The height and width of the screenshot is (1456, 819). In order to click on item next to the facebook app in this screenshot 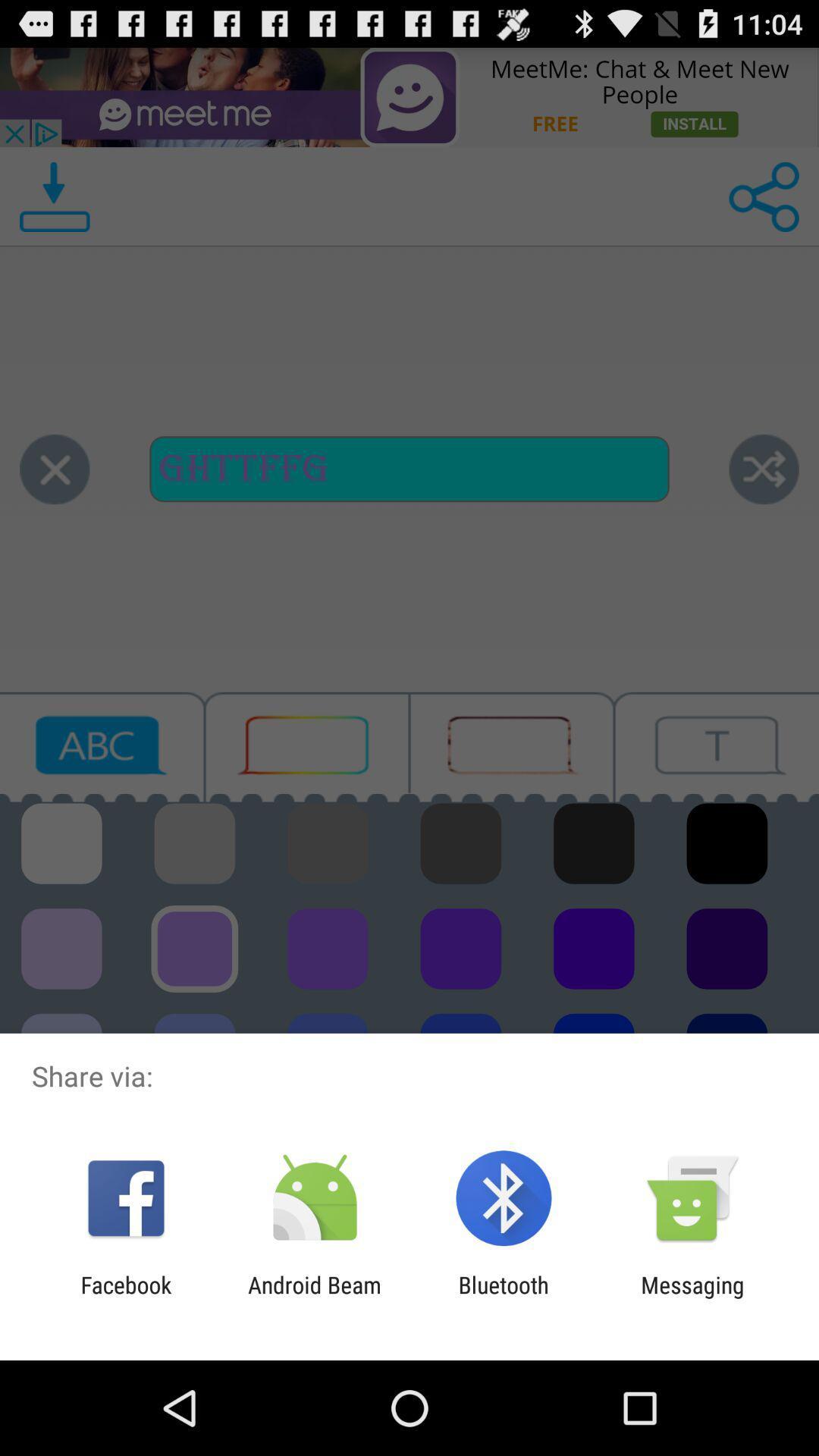, I will do `click(314, 1298)`.